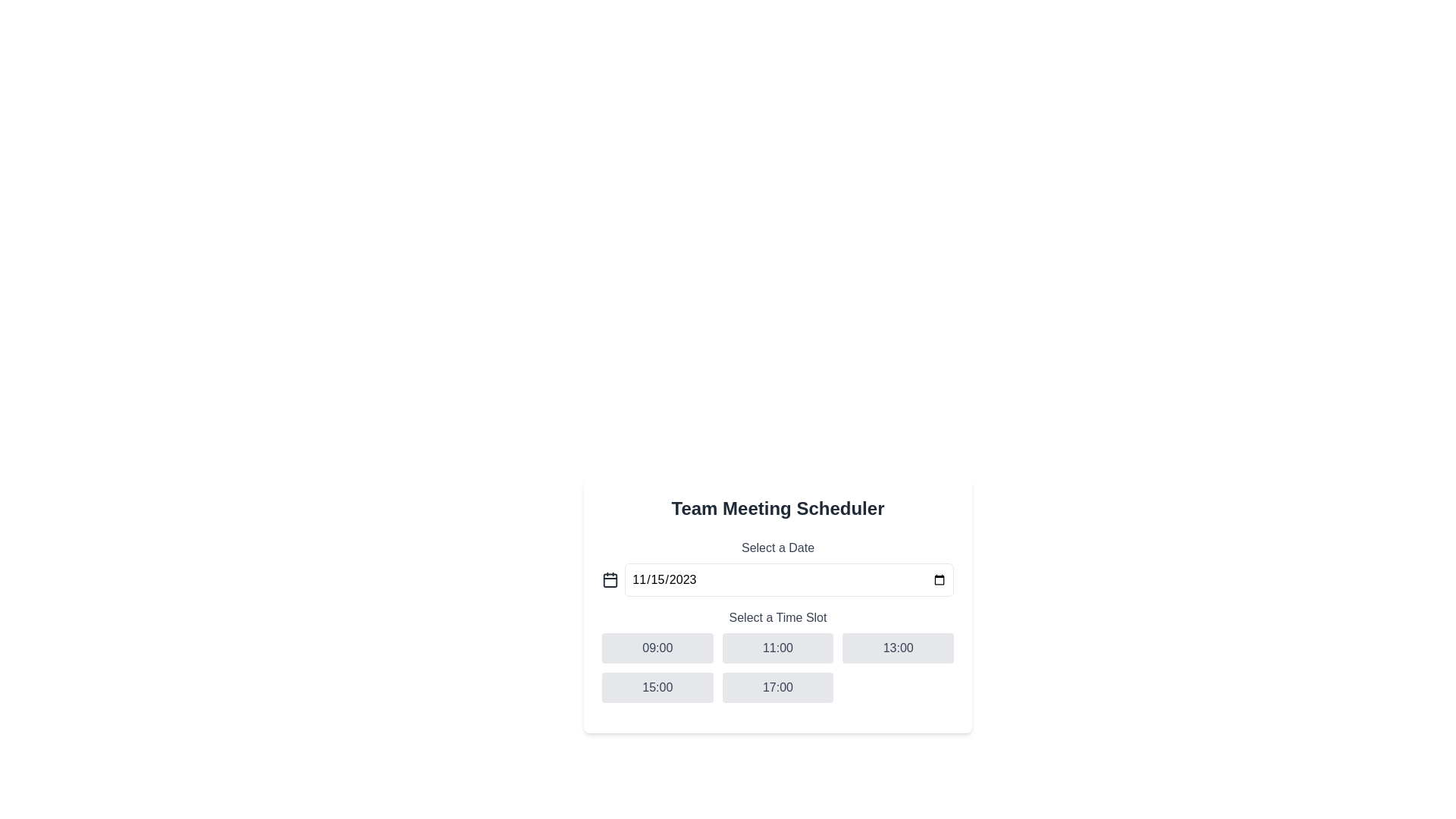 Image resolution: width=1456 pixels, height=819 pixels. Describe the element at coordinates (898, 648) in the screenshot. I see `the '13:00' time slot selection button, which is the third button in the first row of time slot options` at that location.